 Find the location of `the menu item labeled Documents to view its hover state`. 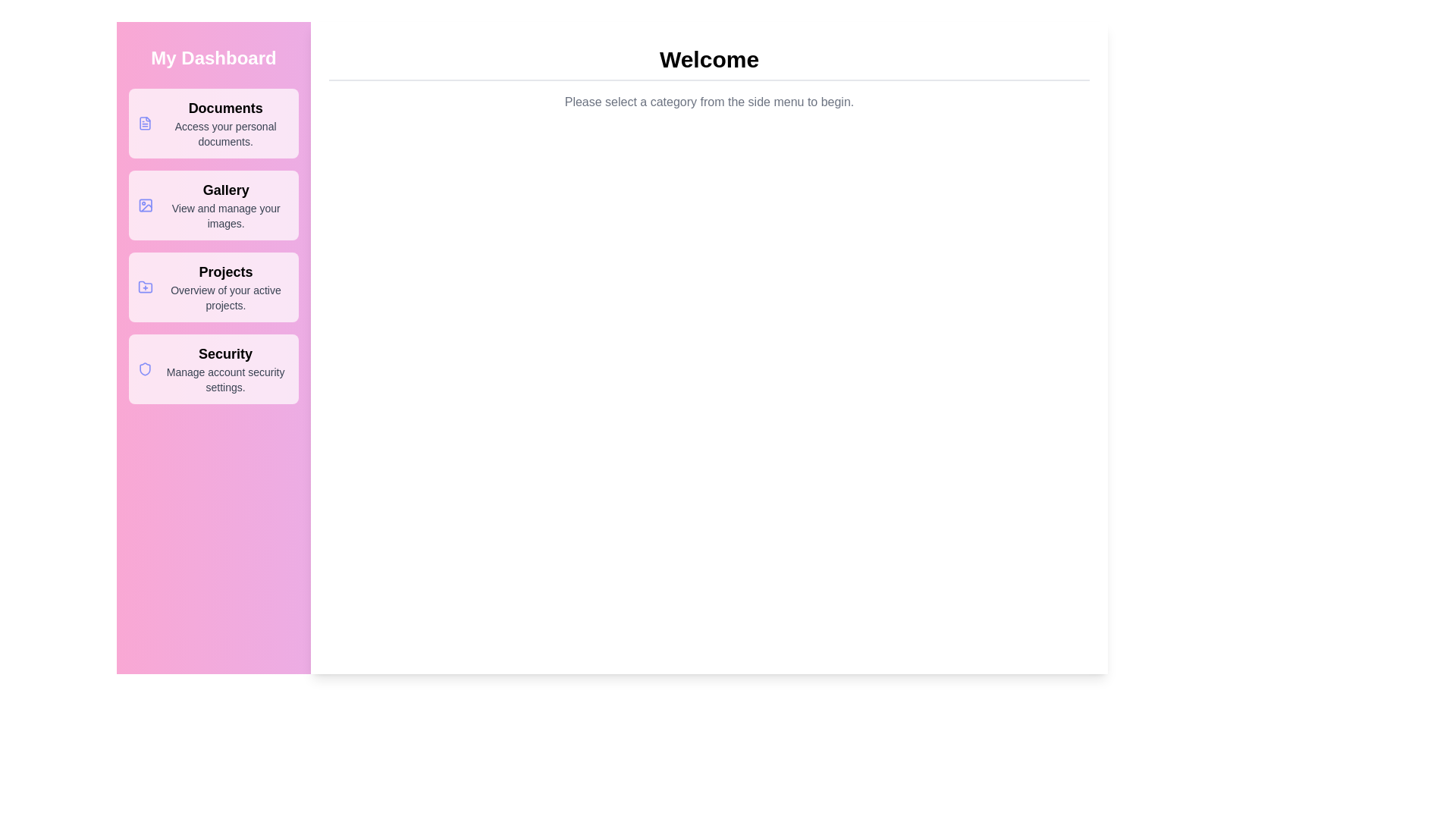

the menu item labeled Documents to view its hover state is located at coordinates (213, 122).